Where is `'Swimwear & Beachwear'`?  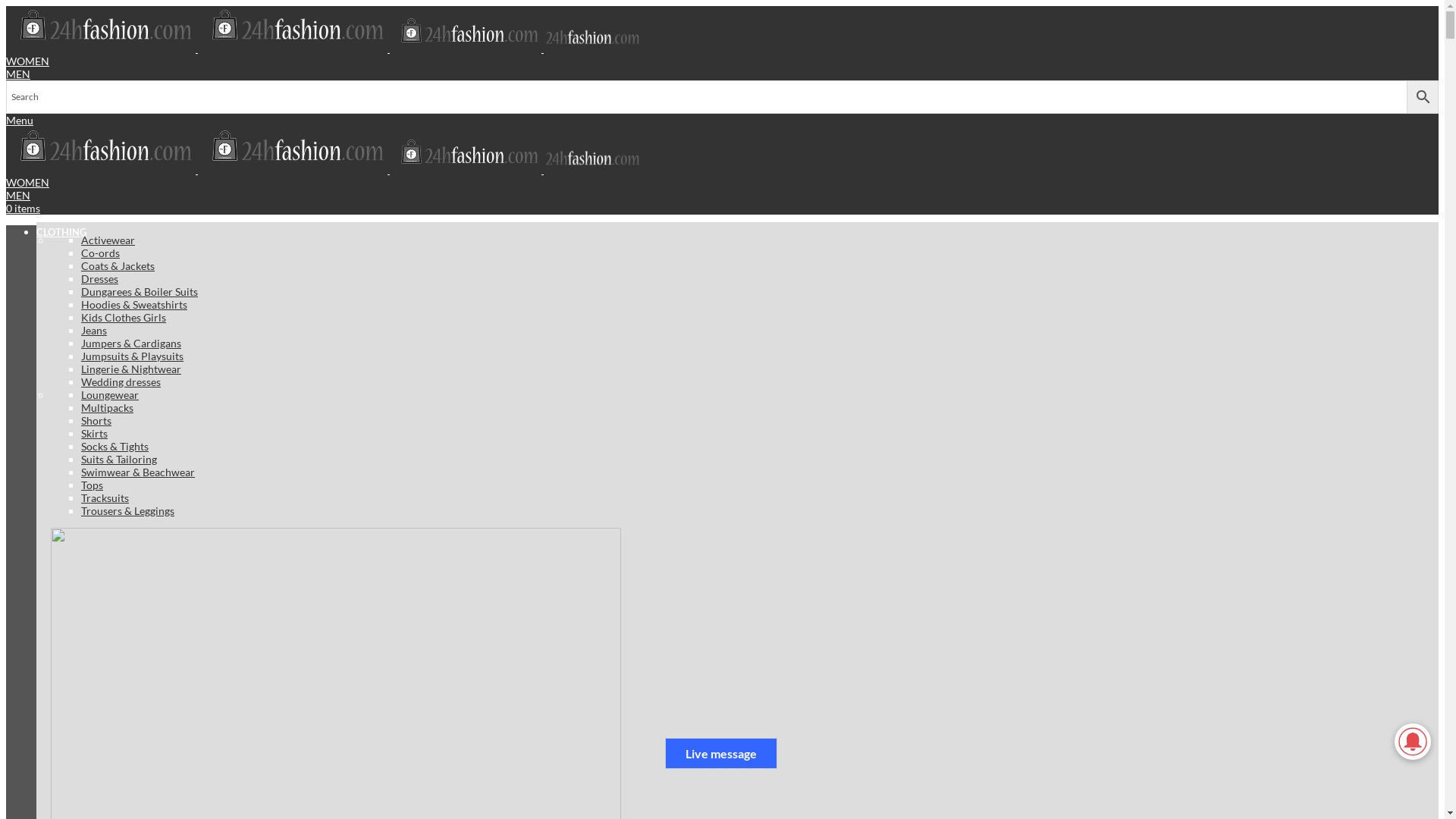 'Swimwear & Beachwear' is located at coordinates (138, 471).